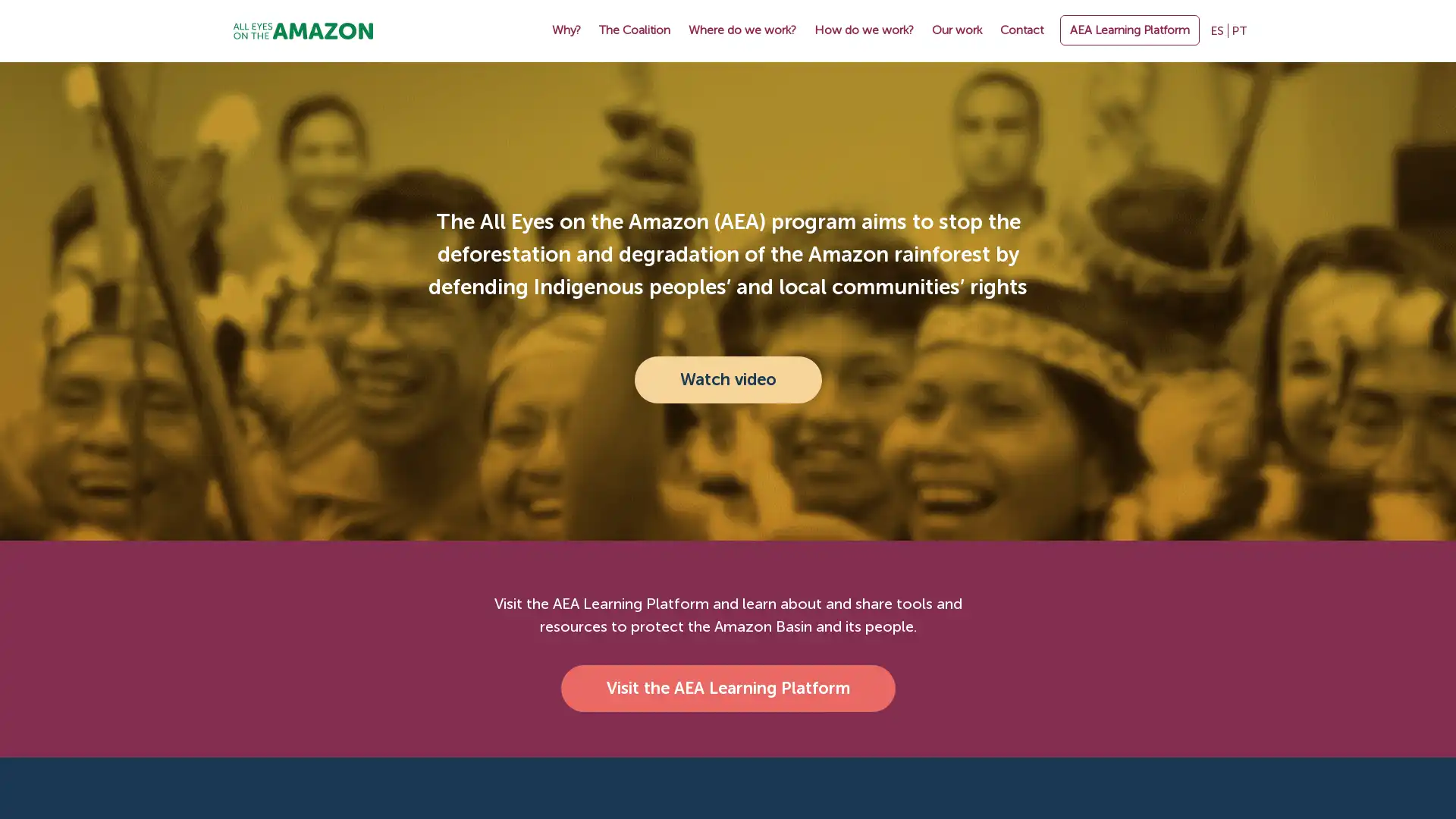  I want to click on Watch video, so click(726, 379).